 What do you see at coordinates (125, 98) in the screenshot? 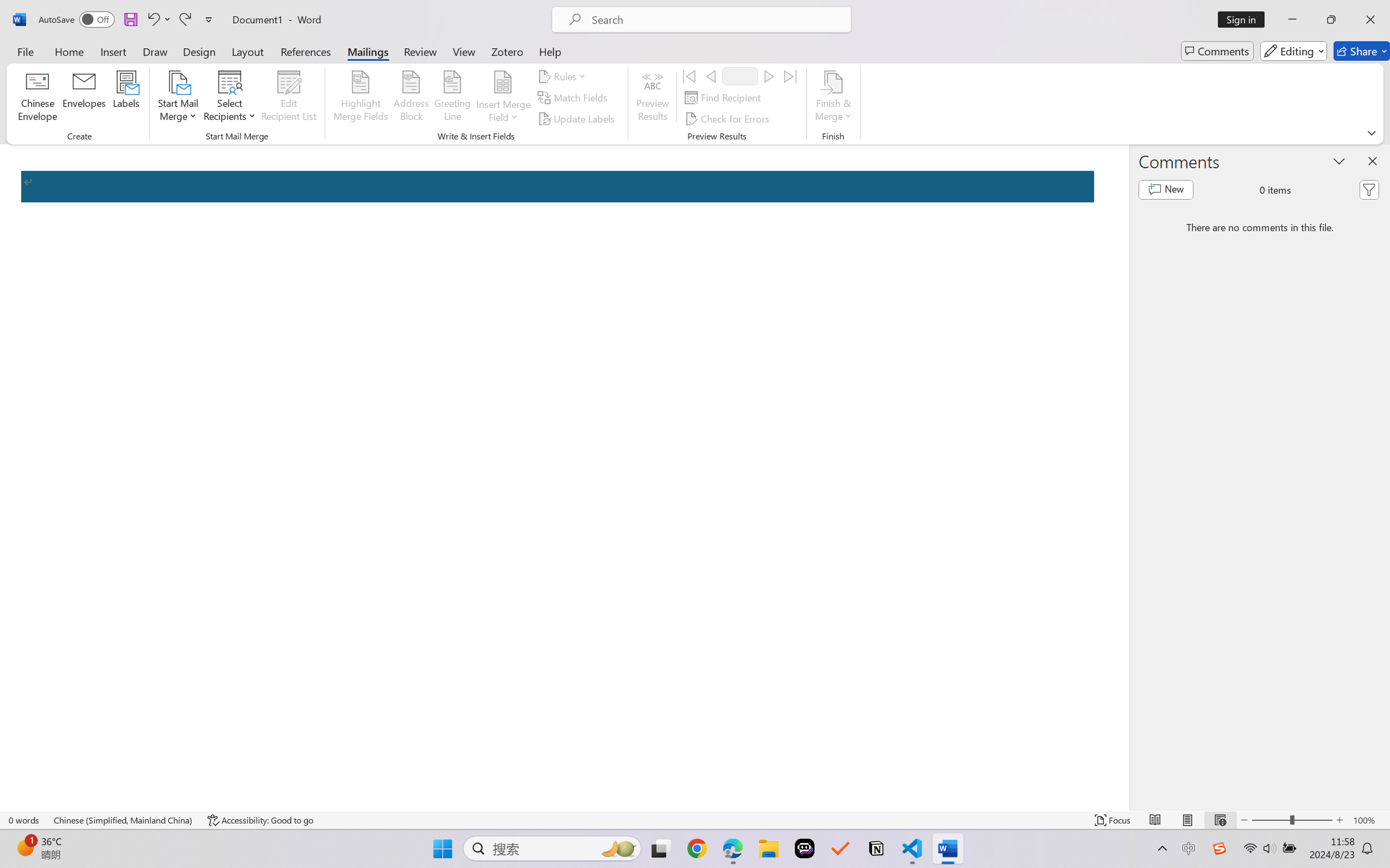
I see `'Labels...'` at bounding box center [125, 98].